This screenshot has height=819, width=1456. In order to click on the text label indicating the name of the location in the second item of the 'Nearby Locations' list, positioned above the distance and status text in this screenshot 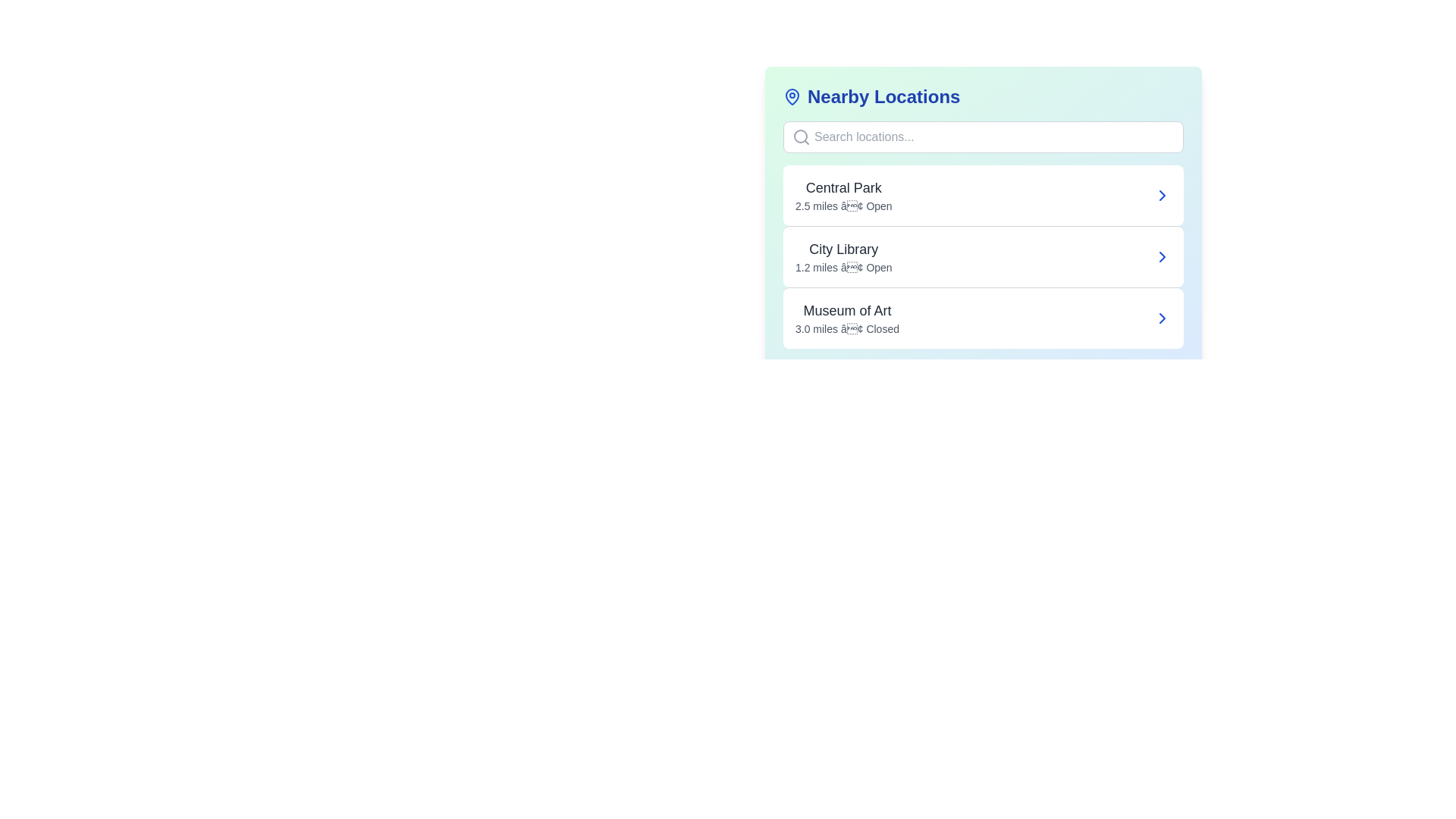, I will do `click(843, 248)`.